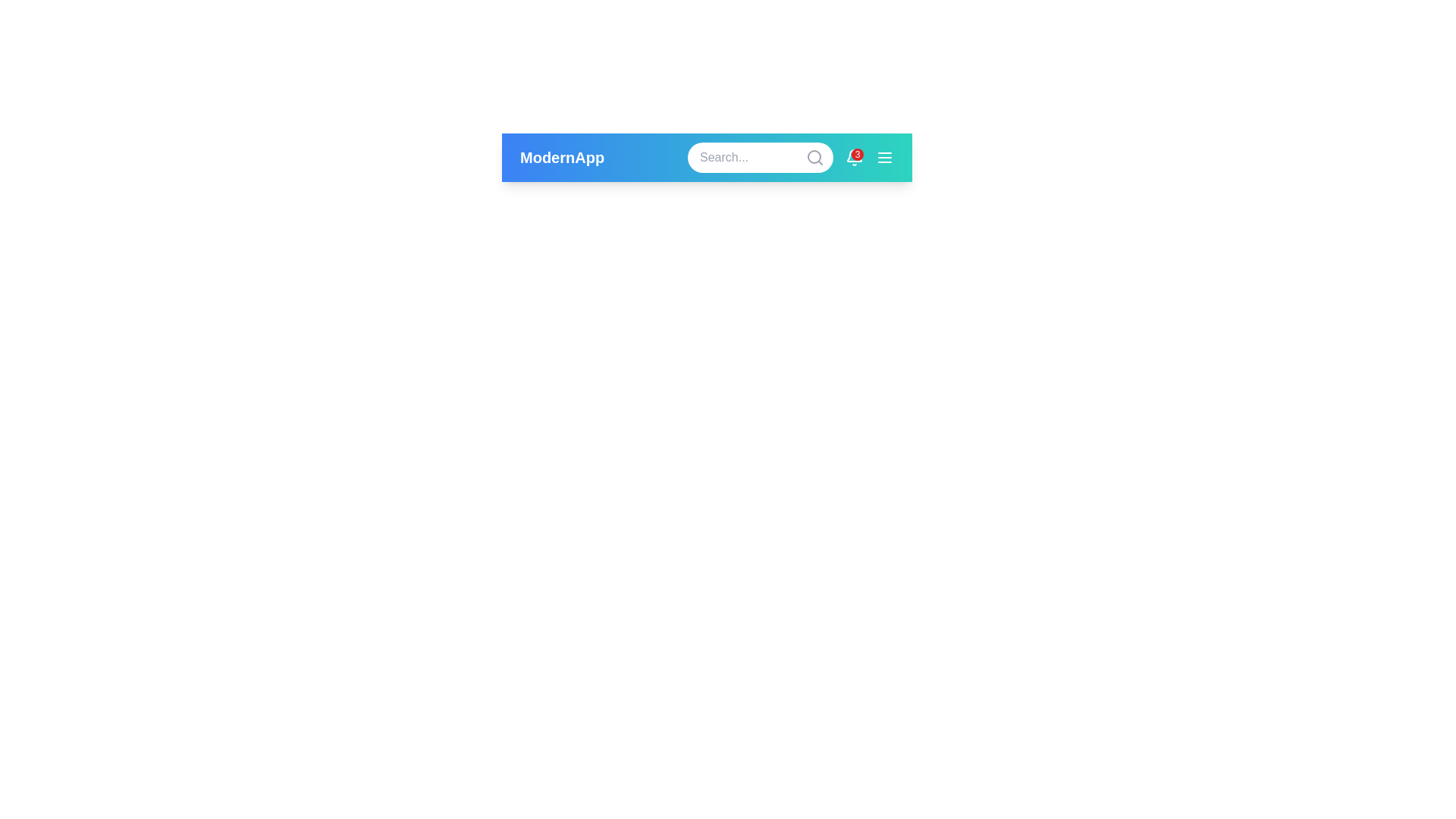  Describe the element at coordinates (884, 158) in the screenshot. I see `the menu button to open the menu` at that location.